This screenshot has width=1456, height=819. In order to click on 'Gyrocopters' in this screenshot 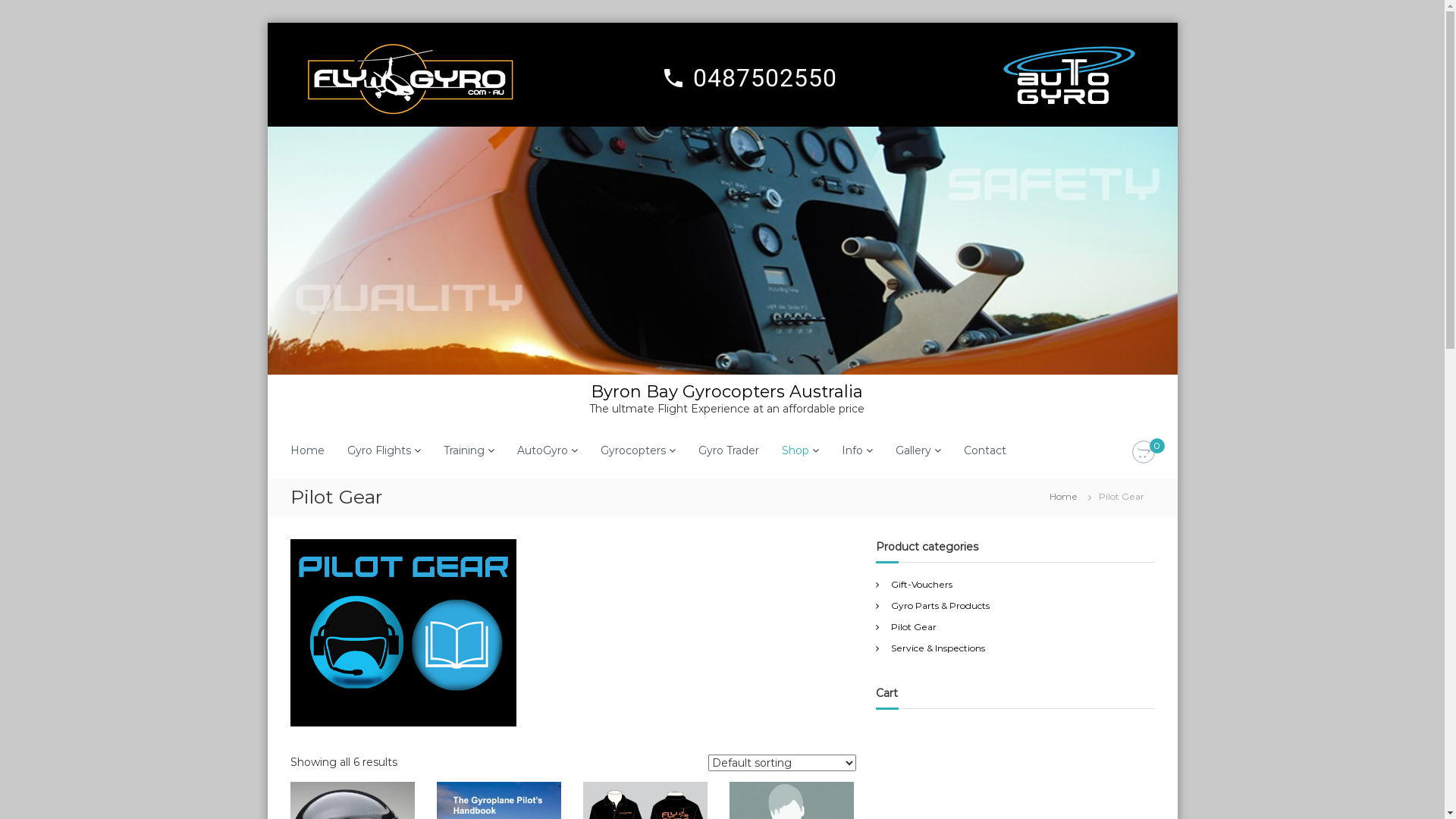, I will do `click(633, 450)`.